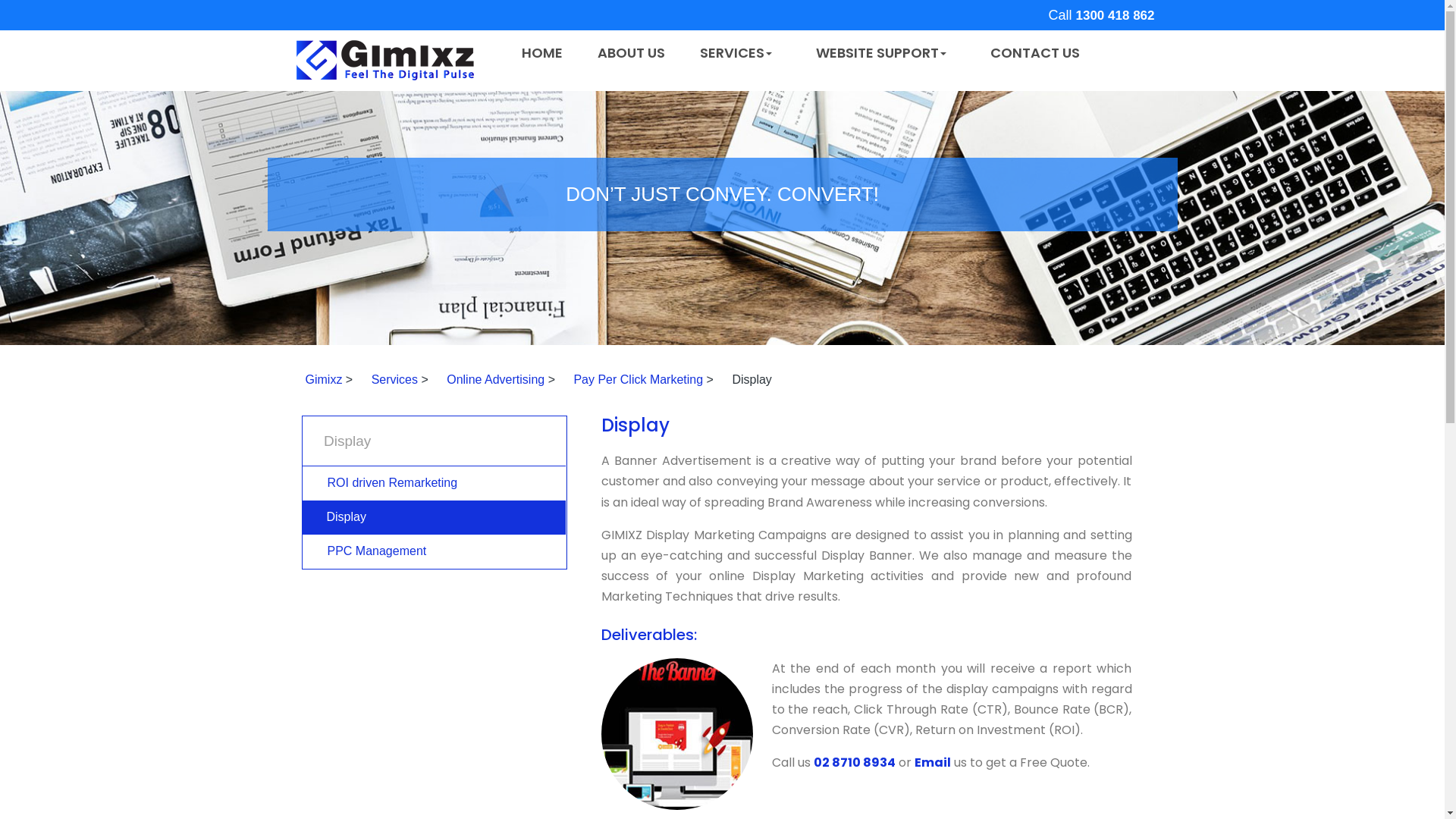 This screenshot has height=819, width=1456. Describe the element at coordinates (510, 52) in the screenshot. I see `'HOME'` at that location.